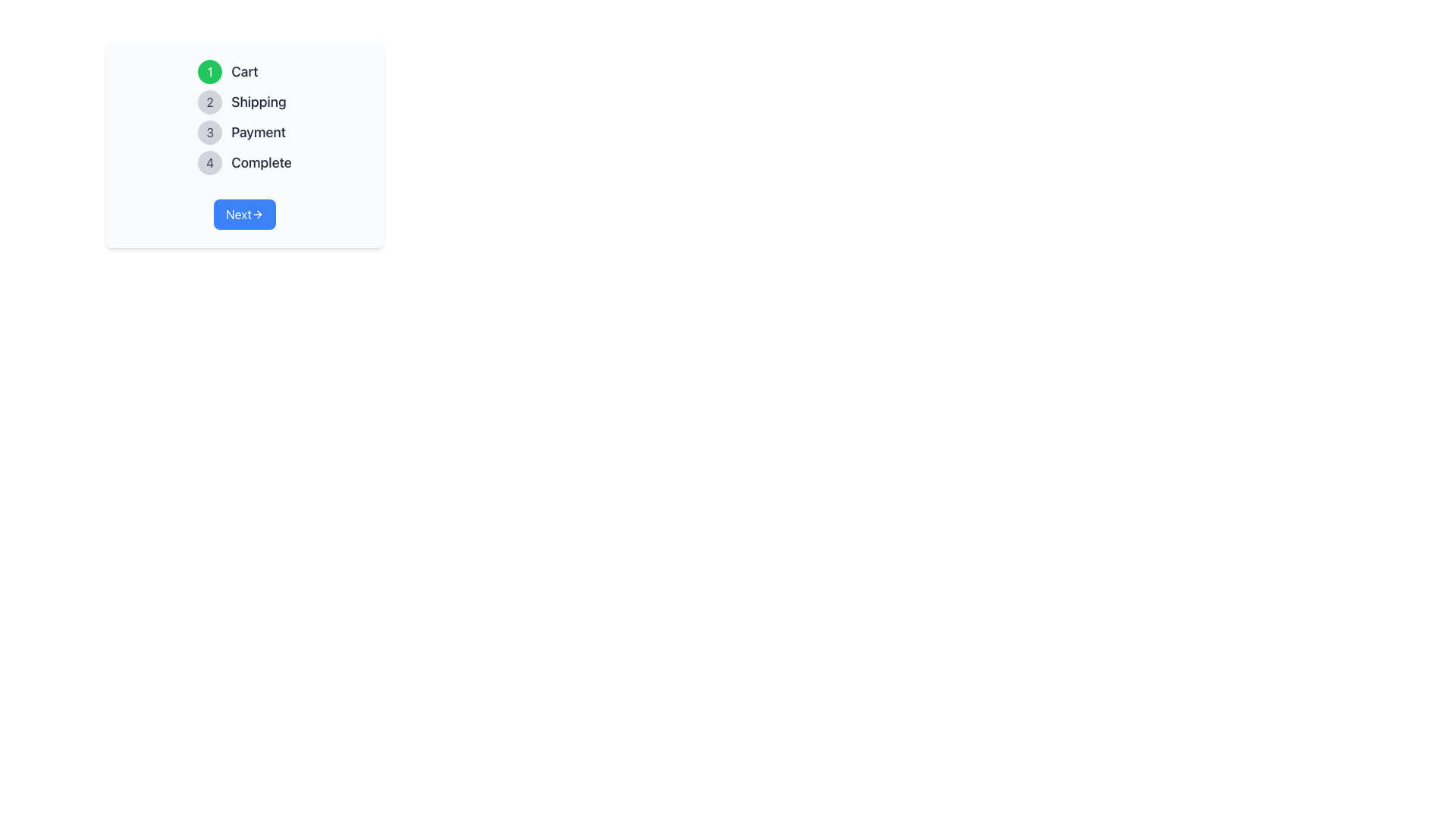 This screenshot has height=819, width=1456. Describe the element at coordinates (209, 163) in the screenshot. I see `the circular label with a light gray background and the numeral '4', which is located in the bottom-left section of the vertical sequence of numbered labels` at that location.